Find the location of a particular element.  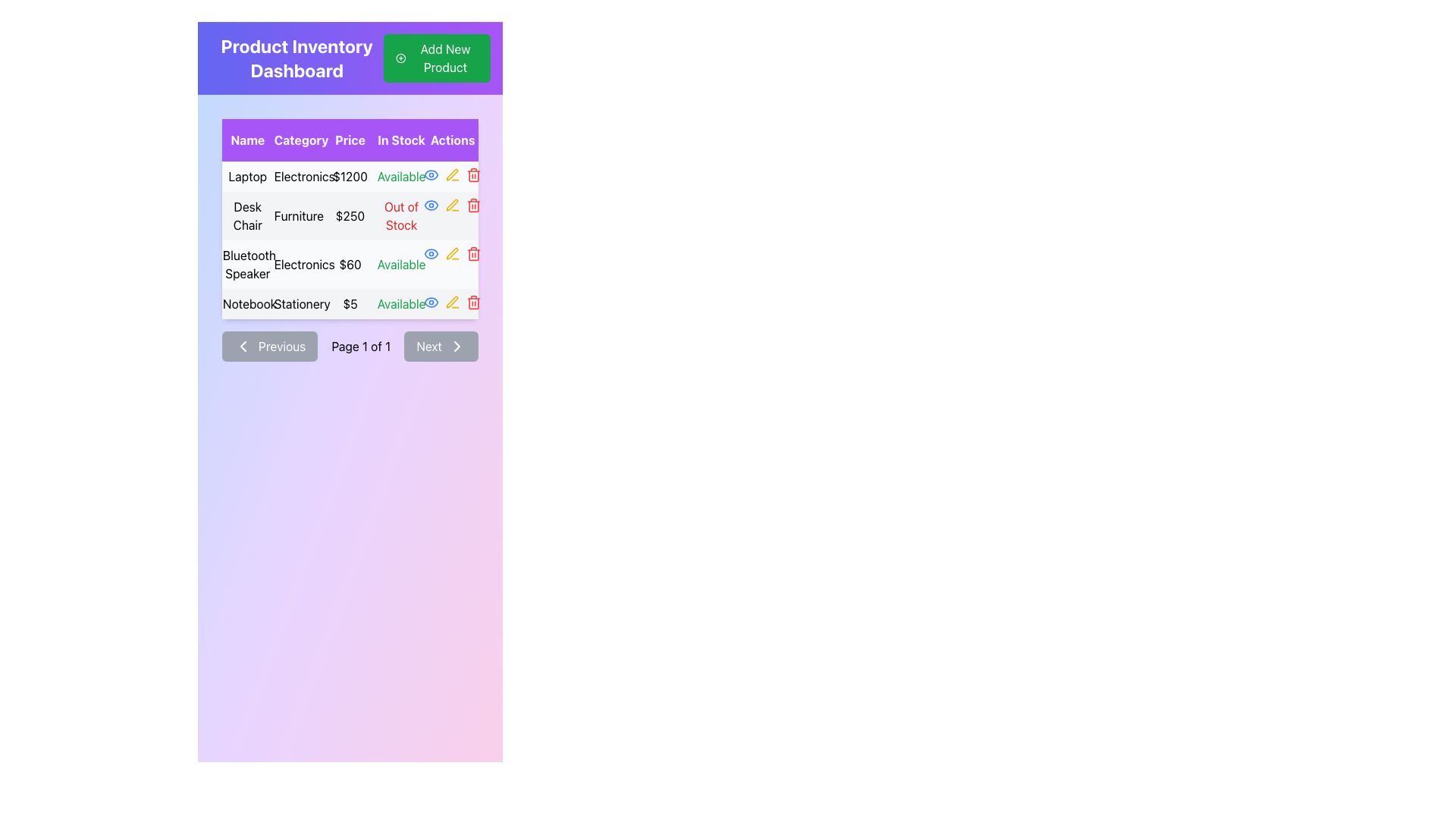

the 'Previous' button, which is a rectangular button with rounded corners, grey background, and white text is located at coordinates (270, 346).